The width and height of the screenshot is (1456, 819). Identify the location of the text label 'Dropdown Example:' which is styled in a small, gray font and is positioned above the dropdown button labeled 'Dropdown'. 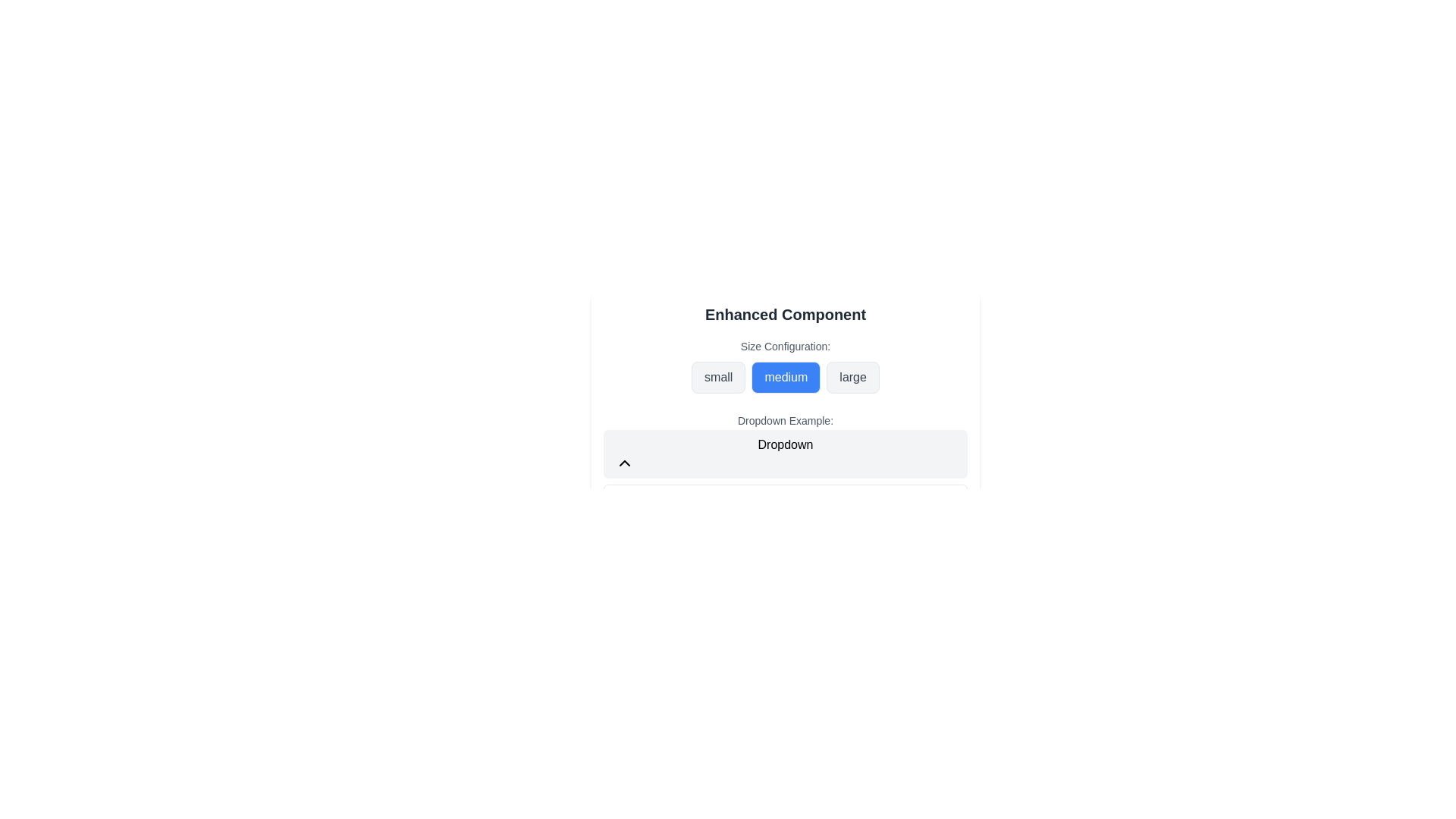
(786, 421).